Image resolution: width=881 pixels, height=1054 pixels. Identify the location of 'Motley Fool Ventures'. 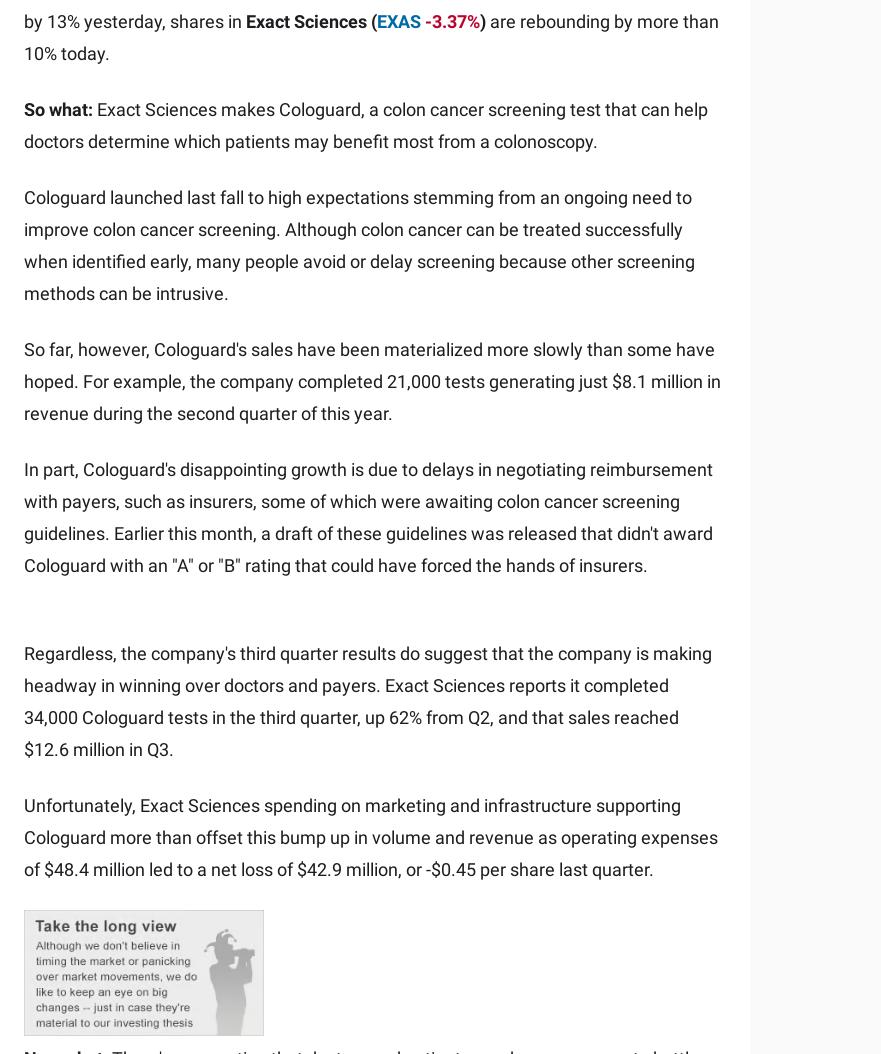
(670, 643).